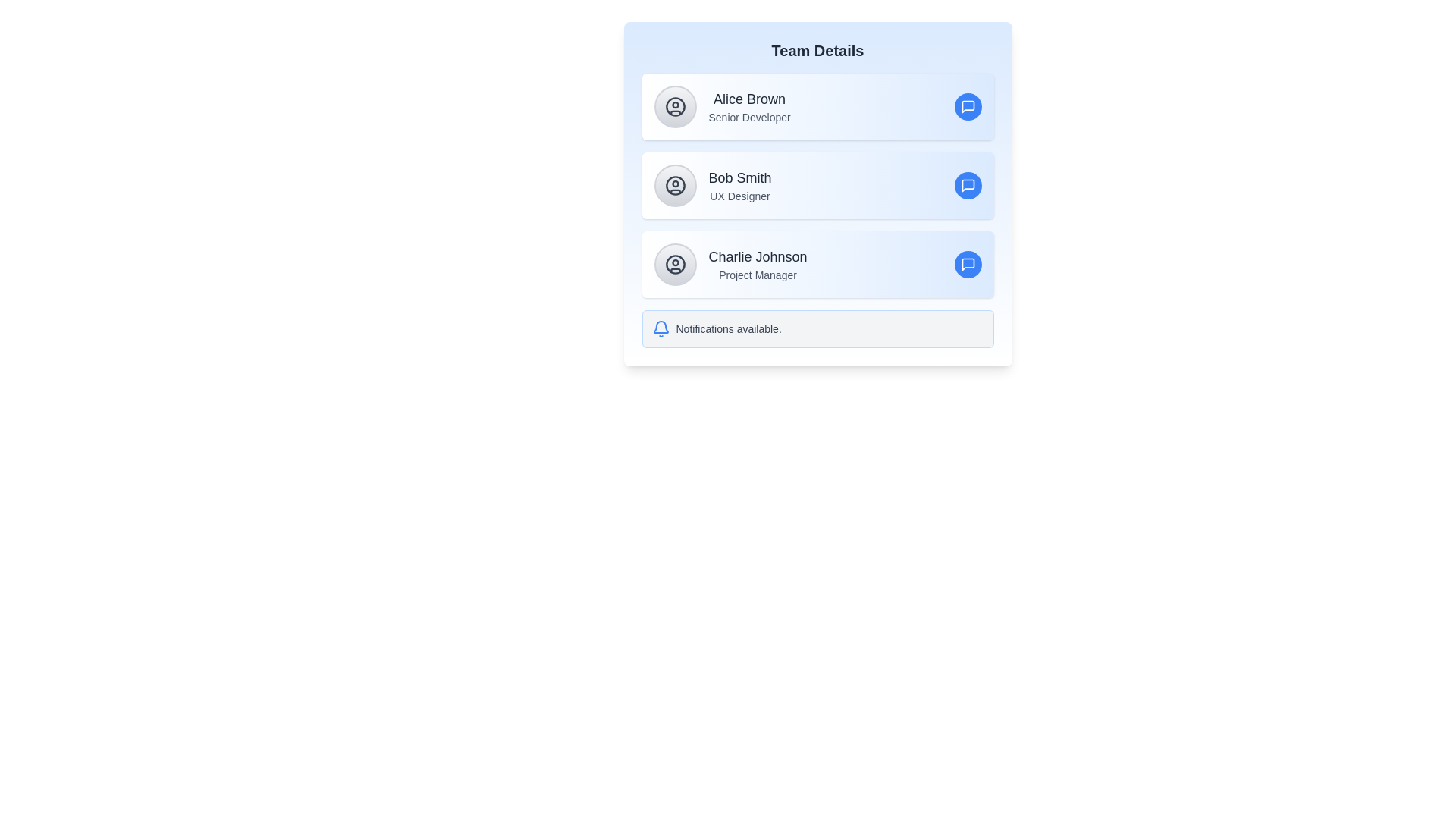 The image size is (1456, 819). What do you see at coordinates (758, 256) in the screenshot?
I see `the text label displaying the name 'Charlie Johnson' in the third card of the team members list under 'Team Details'` at bounding box center [758, 256].